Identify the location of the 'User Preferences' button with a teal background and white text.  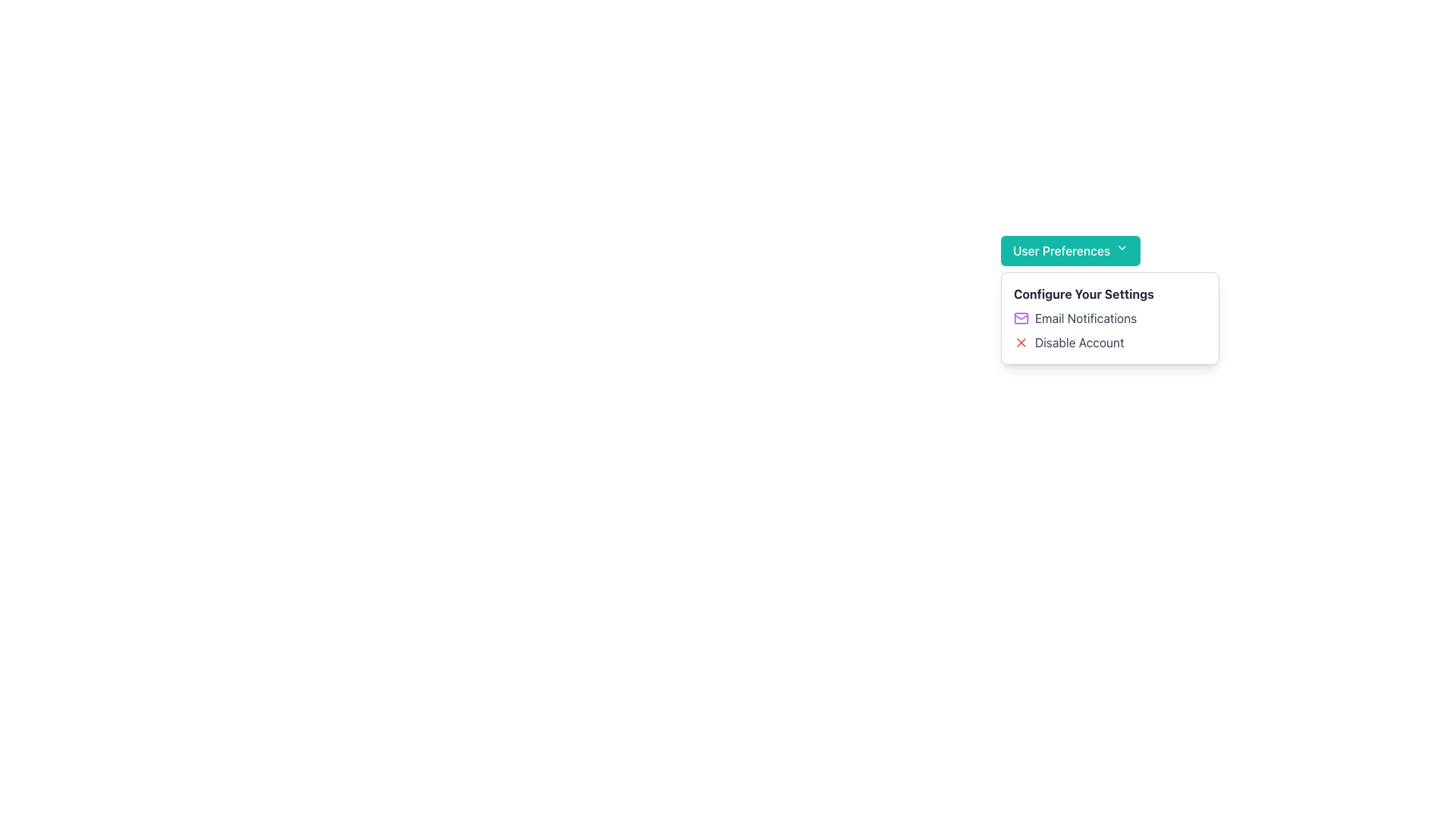
(1069, 250).